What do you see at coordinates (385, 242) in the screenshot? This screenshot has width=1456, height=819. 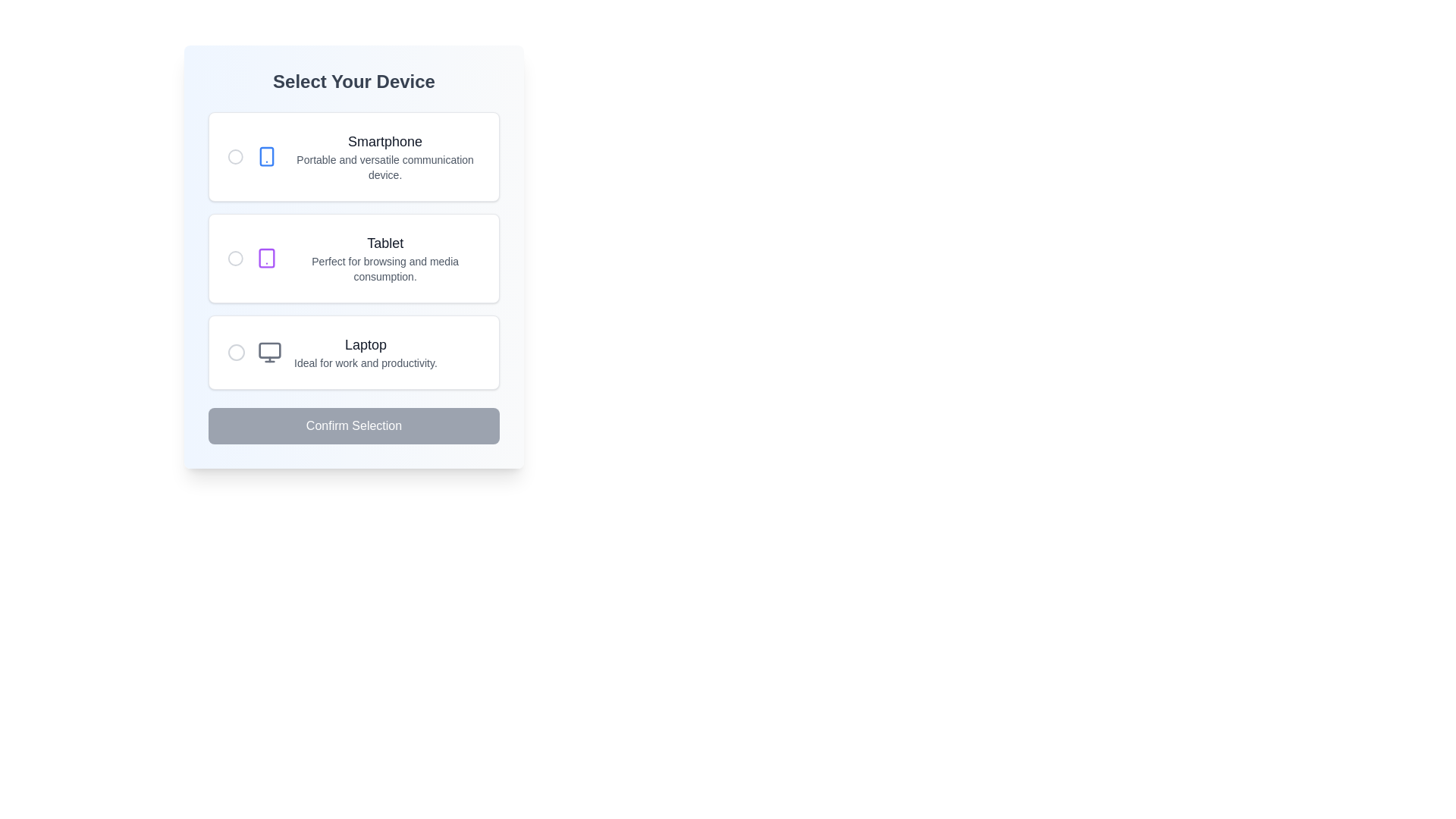 I see `the 'Tablet' text label which serves as the primary label in the second selection card, located between the 'Smartphone' and 'Laptop' selection cards` at bounding box center [385, 242].